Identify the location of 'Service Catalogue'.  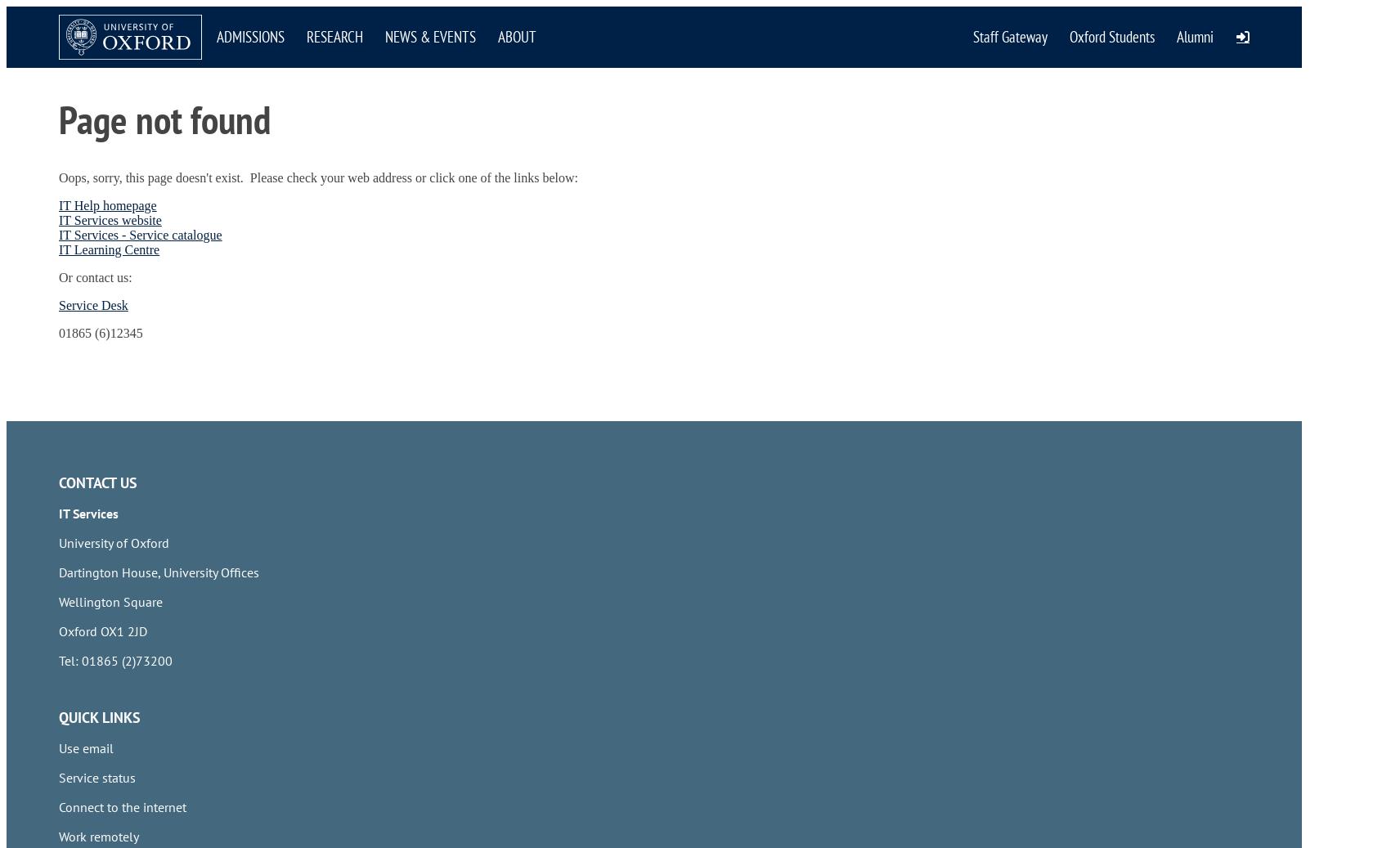
(108, 132).